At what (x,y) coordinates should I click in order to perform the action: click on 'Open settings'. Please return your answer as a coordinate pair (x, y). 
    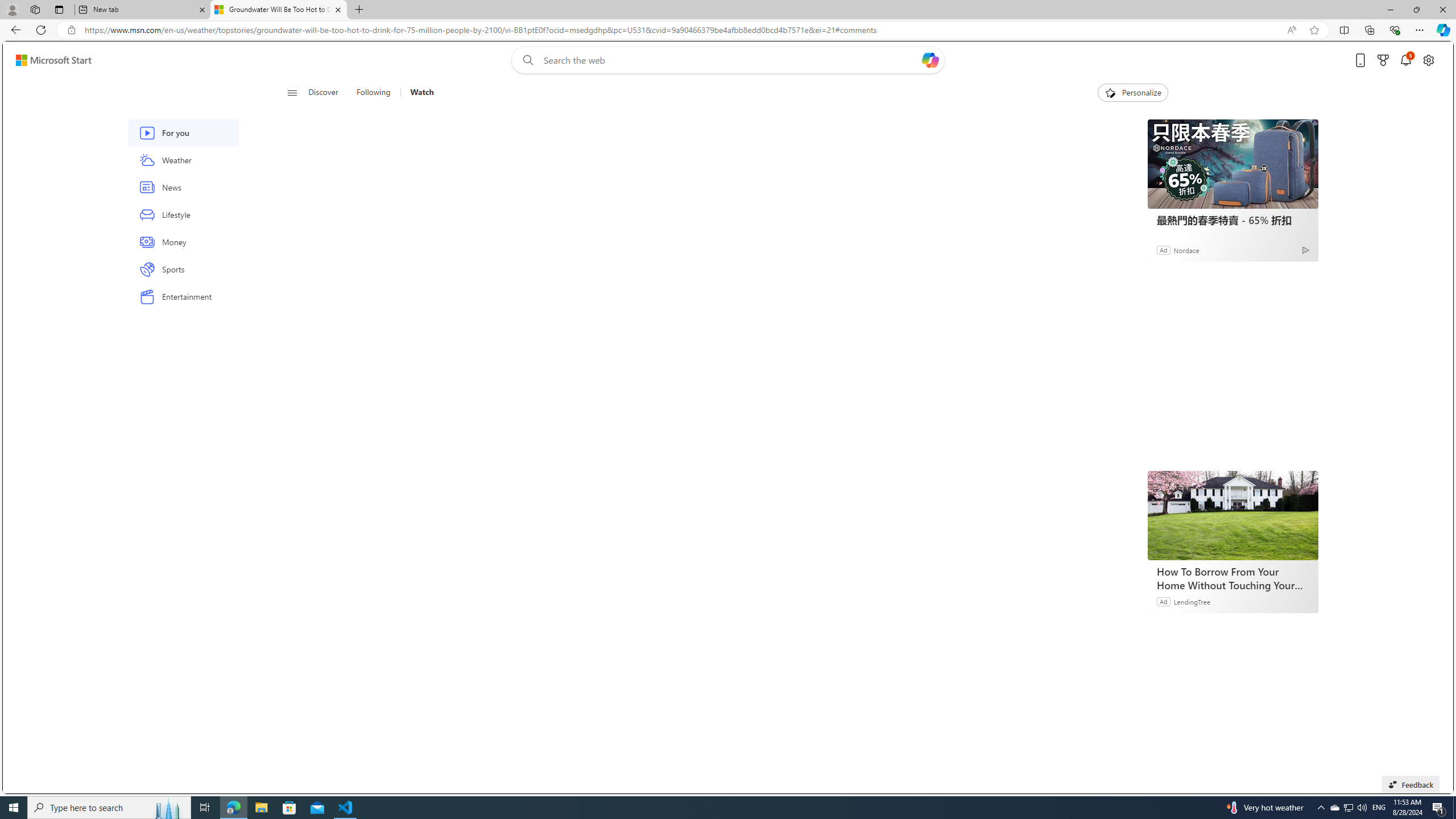
    Looking at the image, I should click on (1428, 60).